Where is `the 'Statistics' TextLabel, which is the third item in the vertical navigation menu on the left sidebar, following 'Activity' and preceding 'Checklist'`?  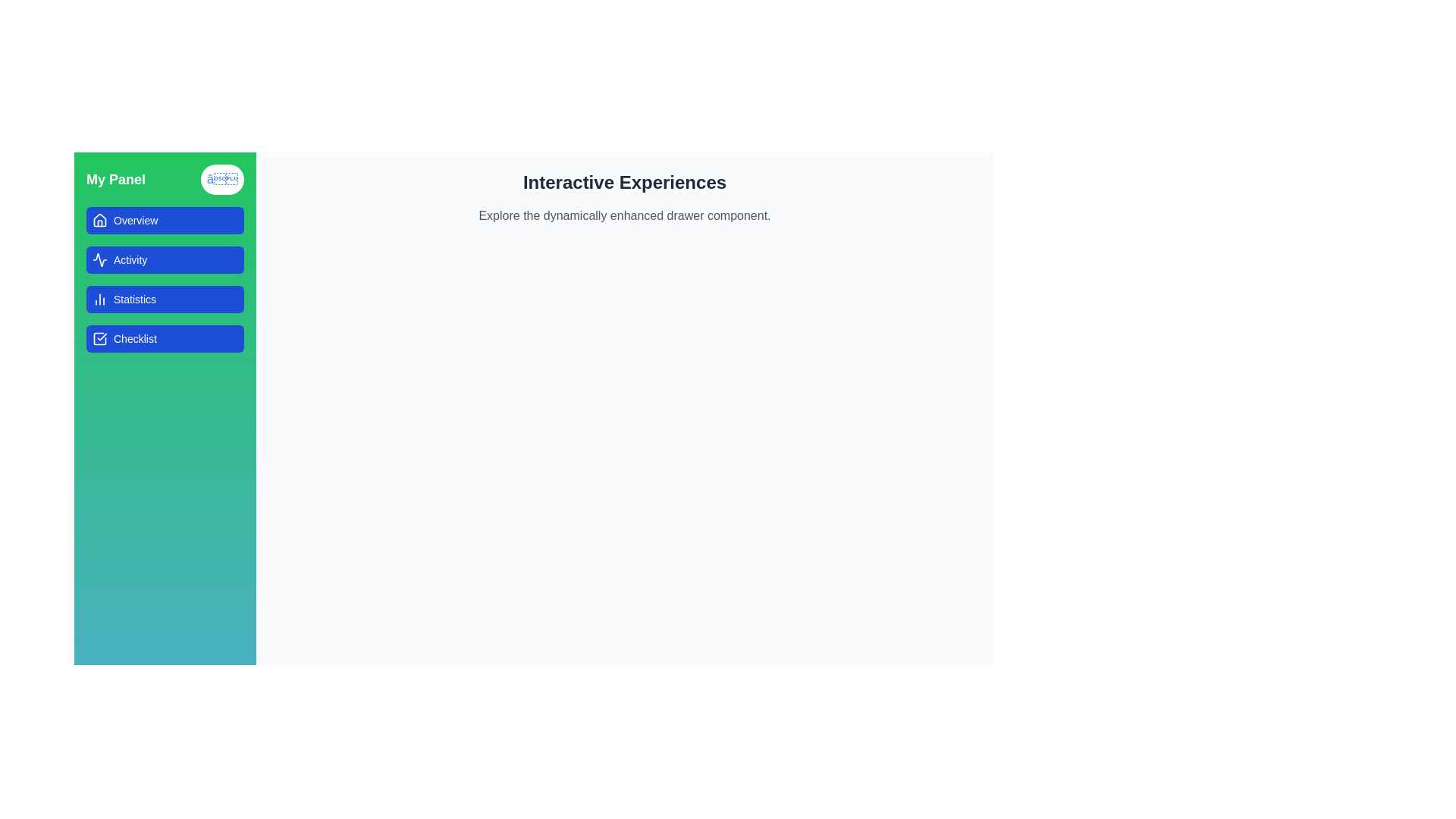
the 'Statistics' TextLabel, which is the third item in the vertical navigation menu on the left sidebar, following 'Activity' and preceding 'Checklist' is located at coordinates (134, 299).